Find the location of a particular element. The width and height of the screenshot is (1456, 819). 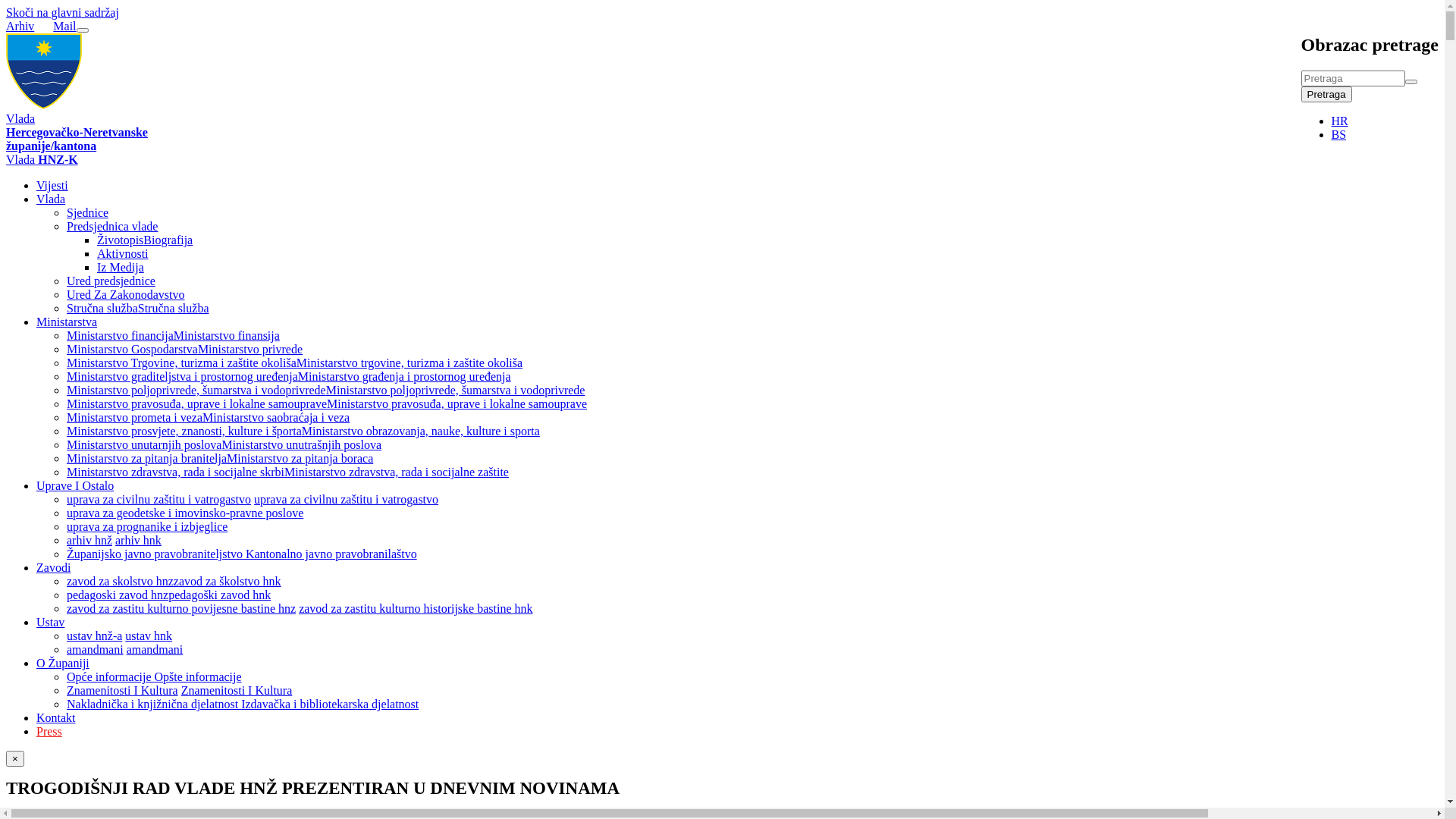

'Arhiv' is located at coordinates (20, 26).